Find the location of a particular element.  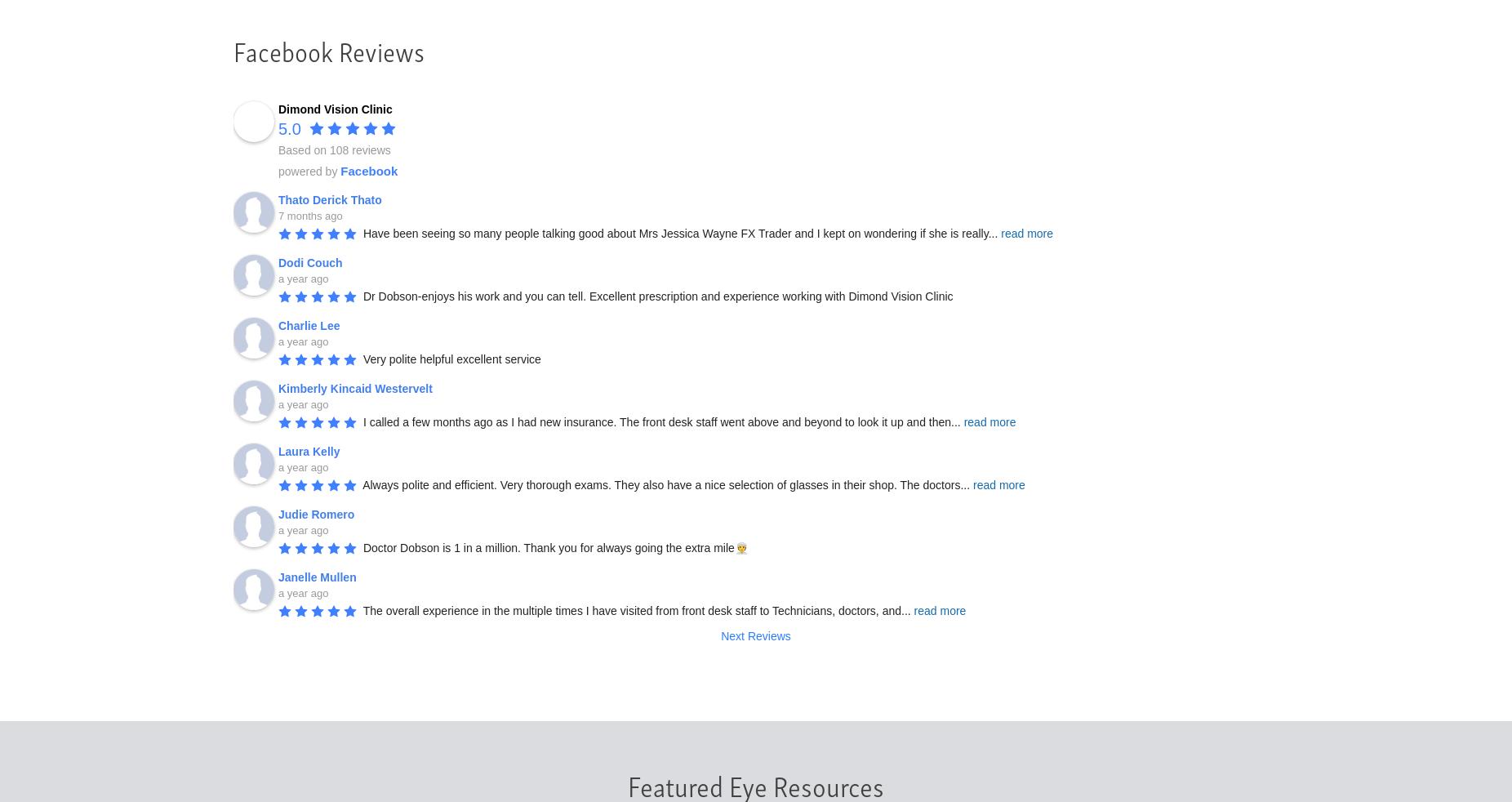

'Facebook Reviews' is located at coordinates (328, 48).